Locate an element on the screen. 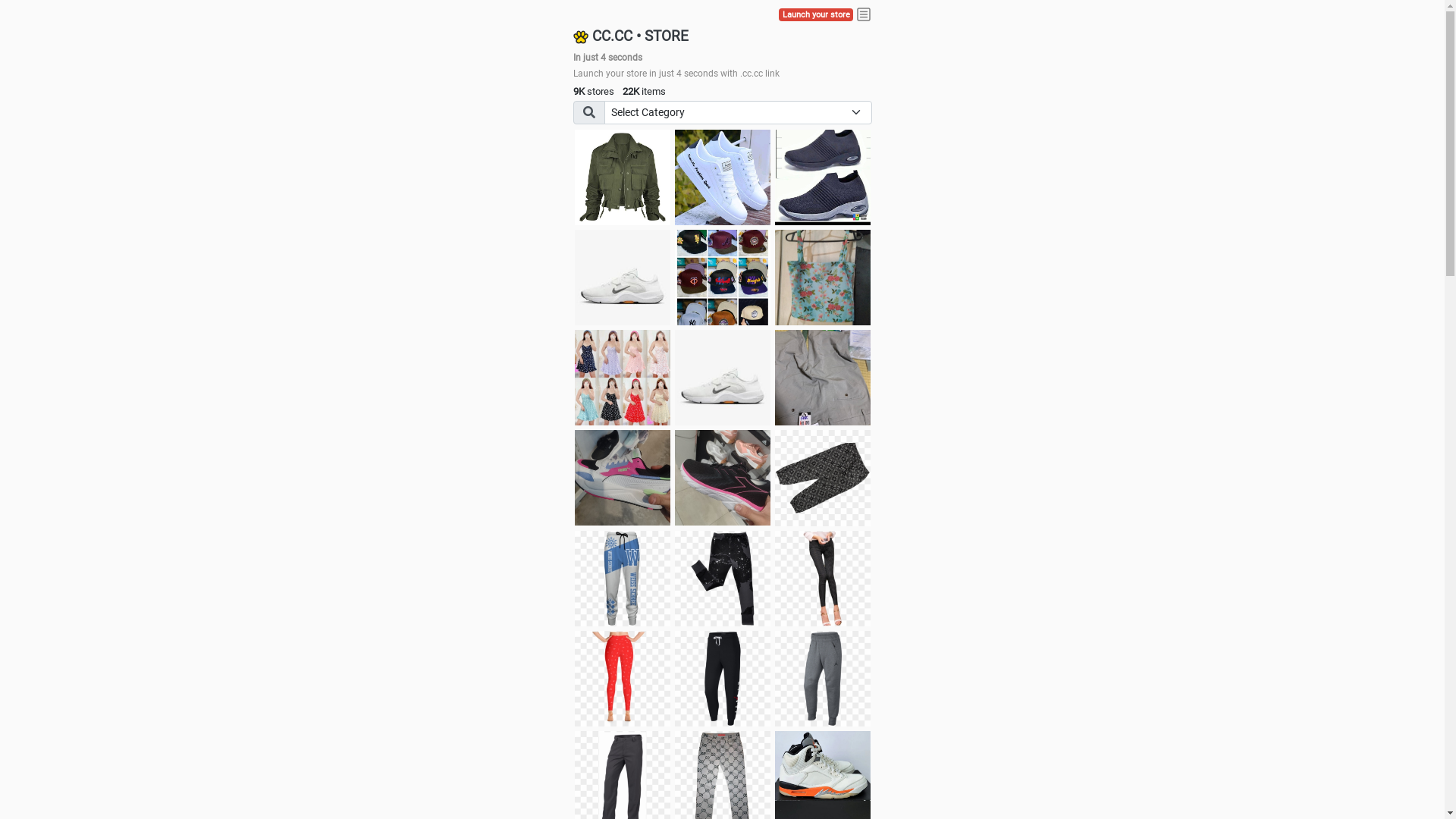 This screenshot has height=819, width=1456. 'Pant' is located at coordinates (821, 579).